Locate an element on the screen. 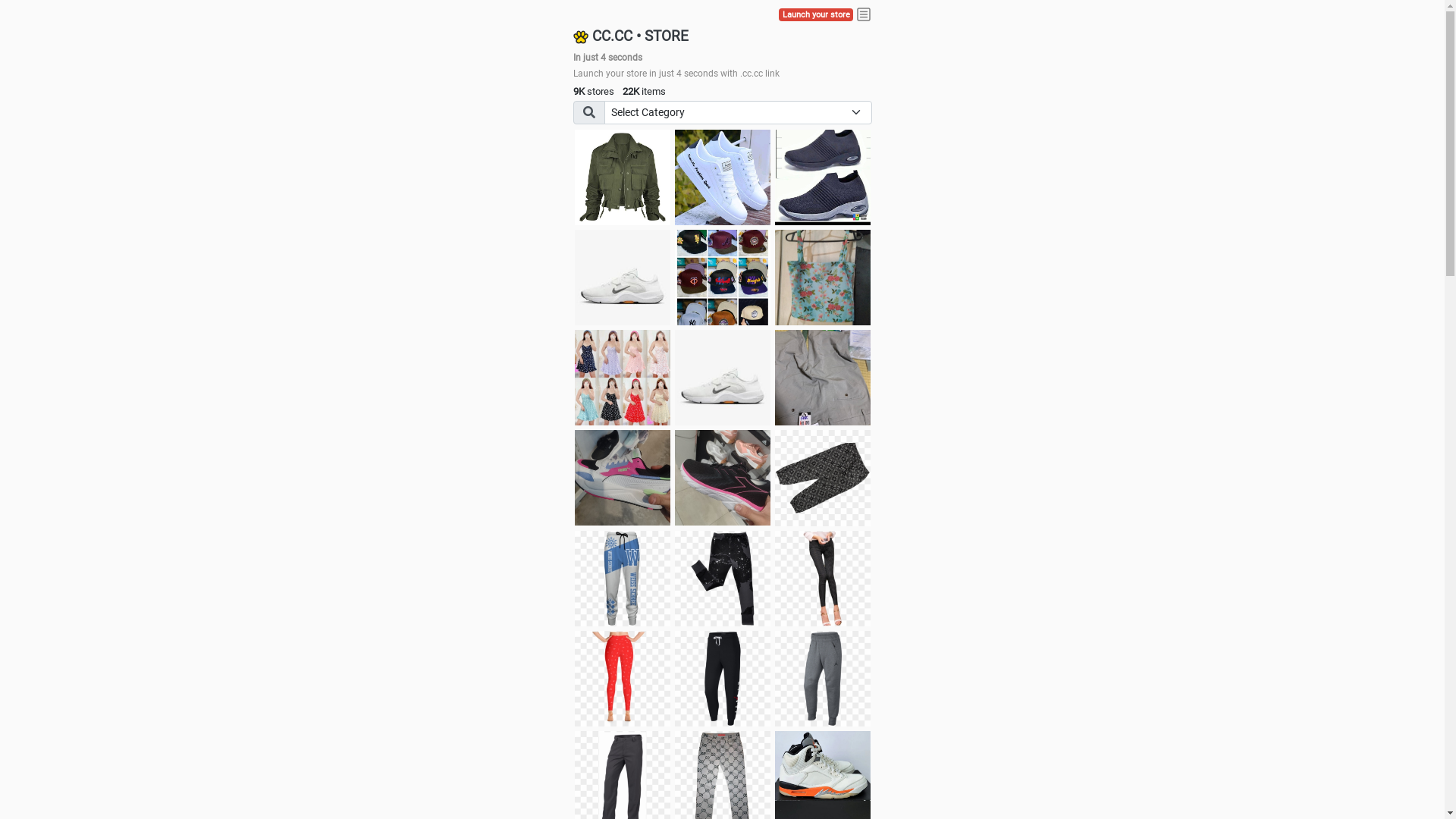 This screenshot has height=819, width=1456. 'Pant' is located at coordinates (821, 579).